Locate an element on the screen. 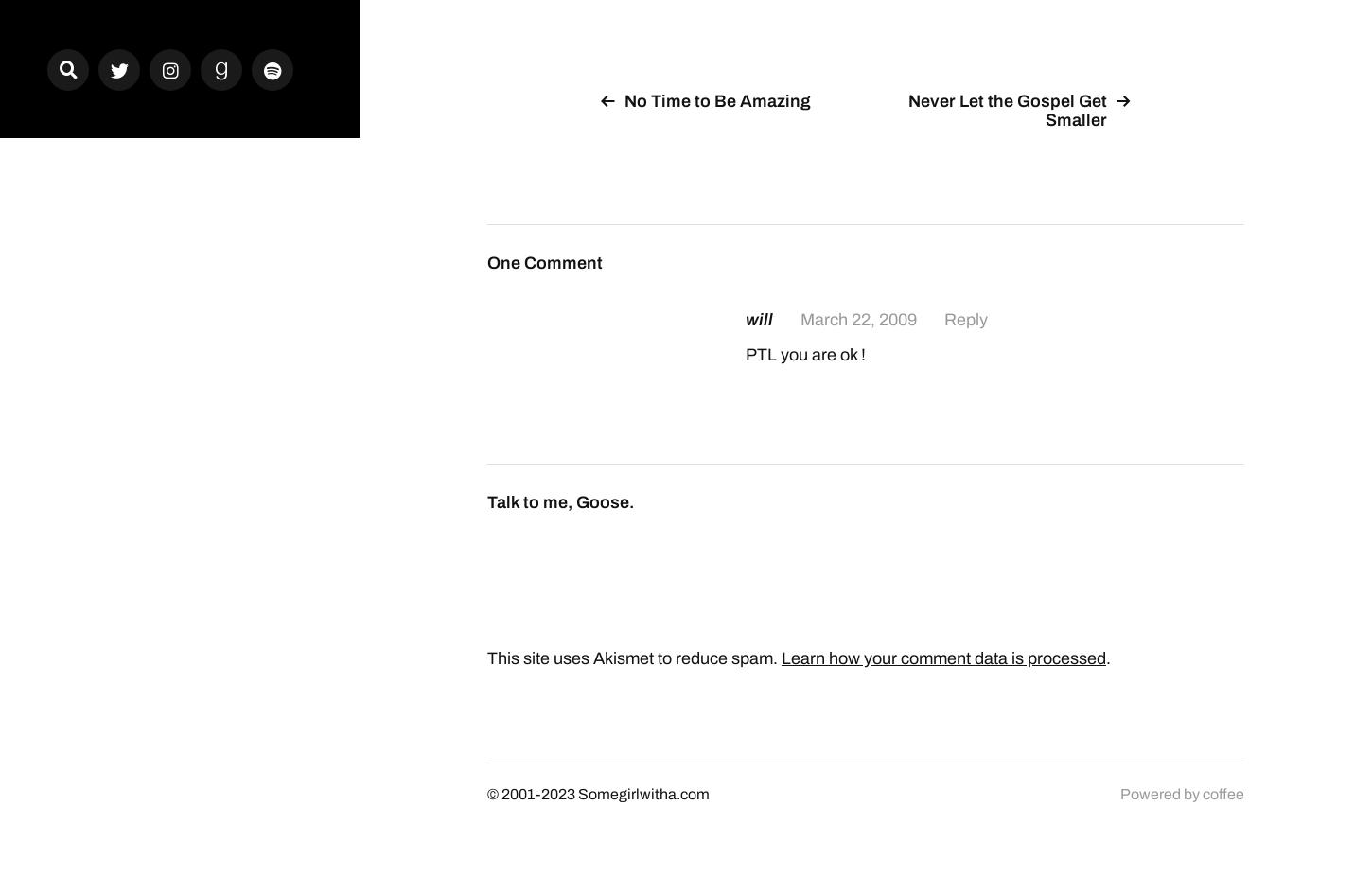 The width and height of the screenshot is (1372, 877). 'Somegirlwitha.com' is located at coordinates (642, 793).